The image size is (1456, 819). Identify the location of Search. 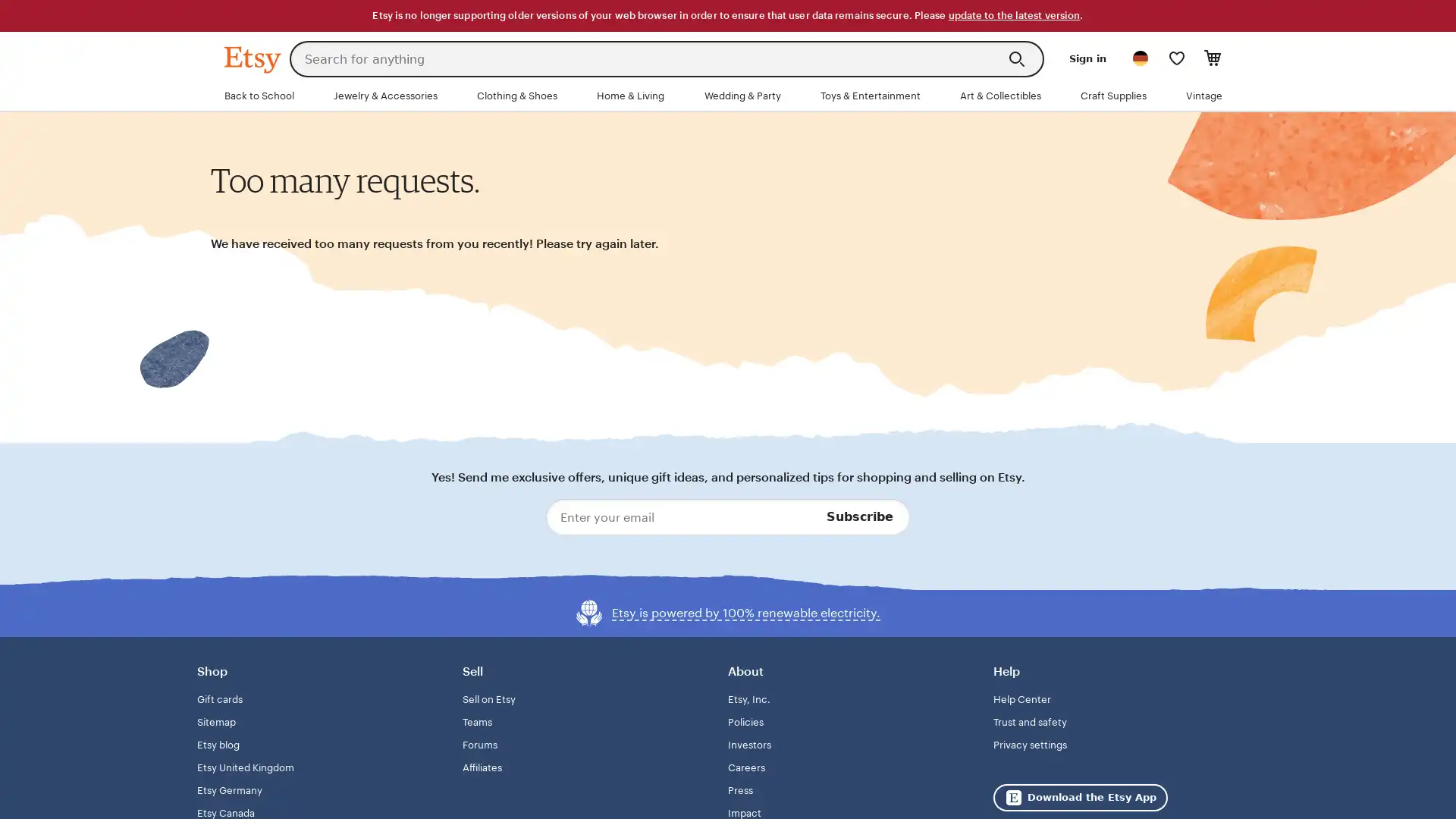
(1020, 58).